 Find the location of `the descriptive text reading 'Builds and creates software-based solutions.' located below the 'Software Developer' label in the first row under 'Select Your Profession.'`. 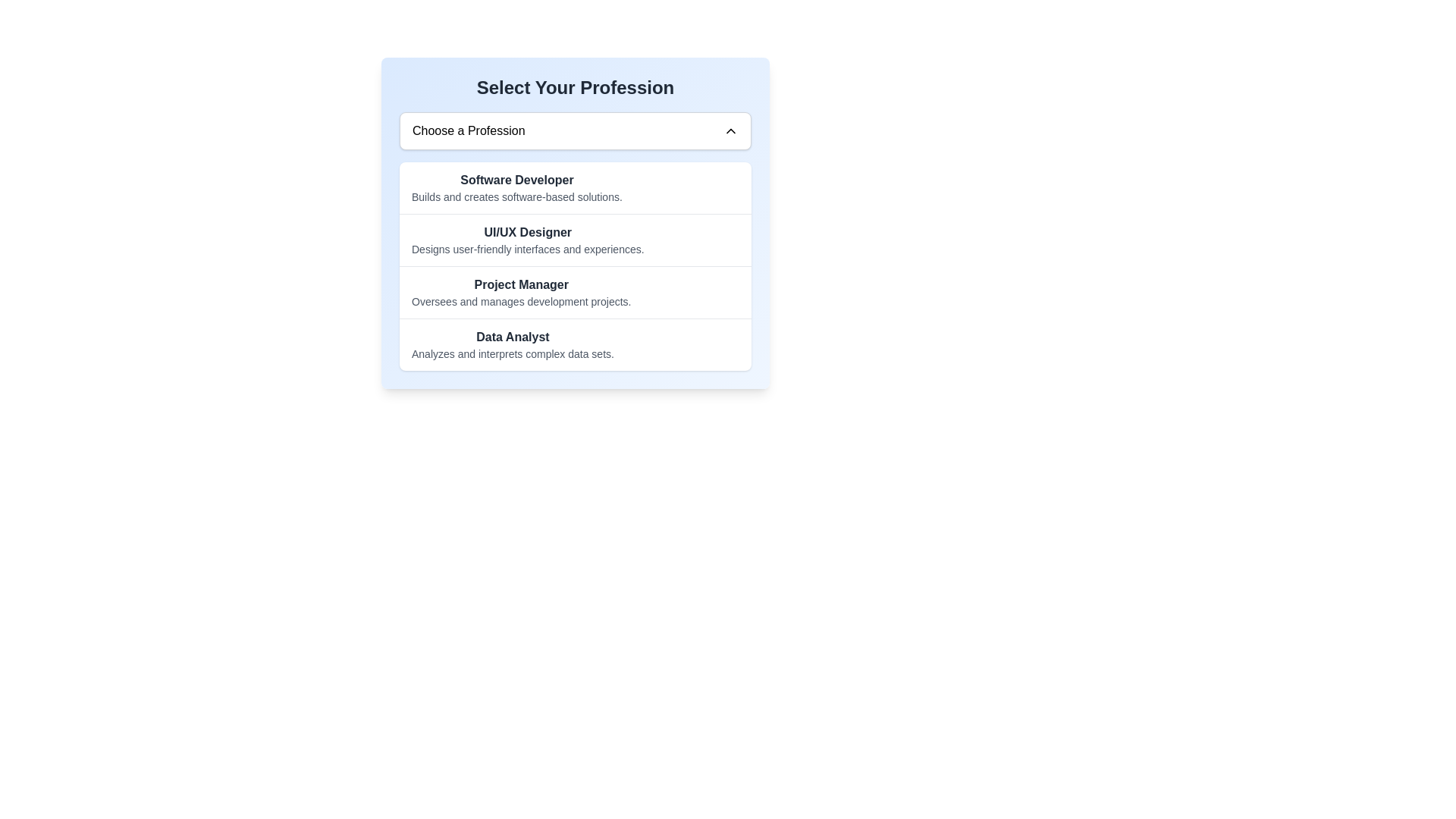

the descriptive text reading 'Builds and creates software-based solutions.' located below the 'Software Developer' label in the first row under 'Select Your Profession.' is located at coordinates (516, 196).